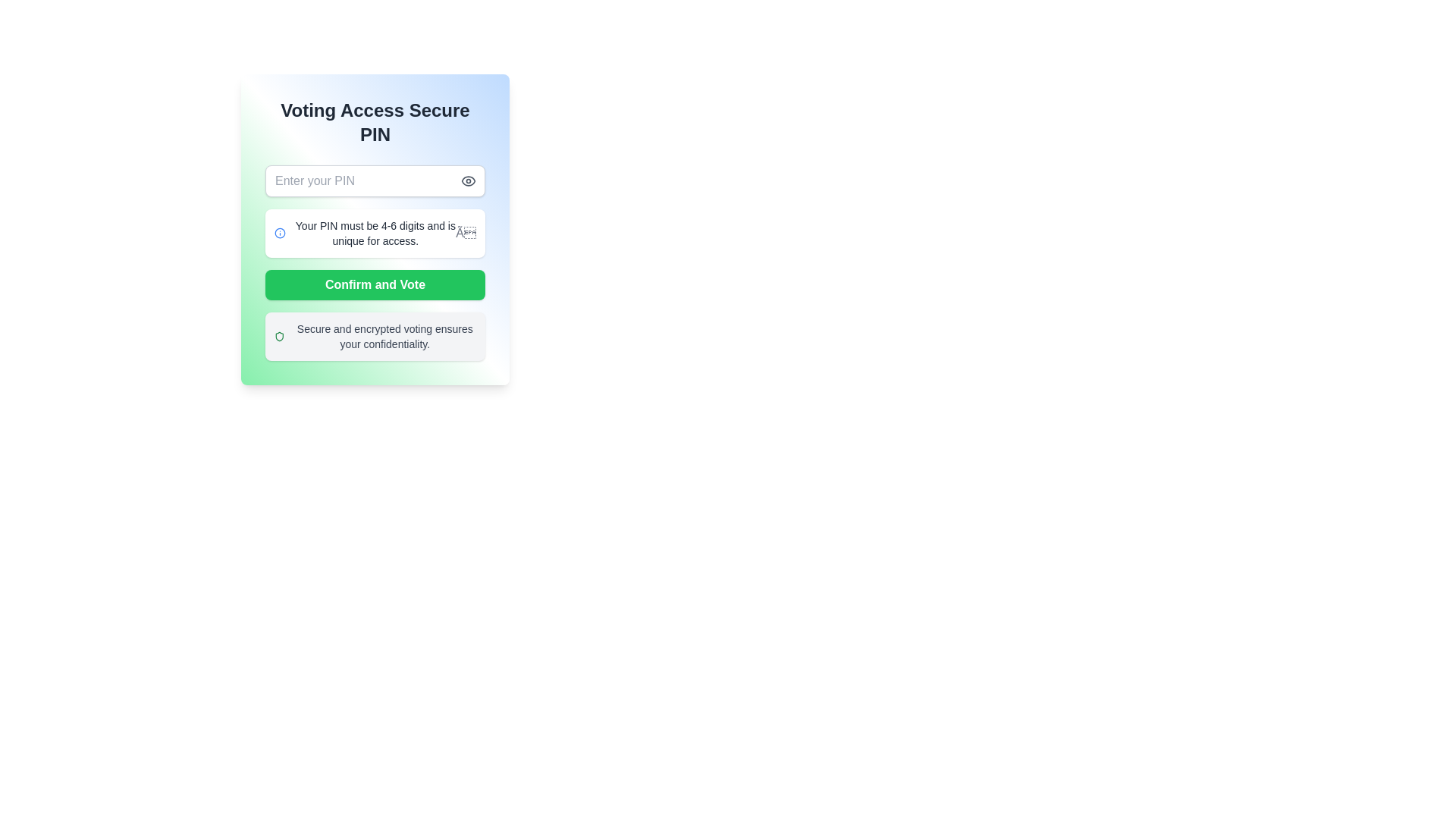 This screenshot has width=1456, height=819. Describe the element at coordinates (375, 335) in the screenshot. I see `the informational text element that contains a green shield icon and the message 'Secure and encrypted voting ensures your confidentiality.'` at that location.